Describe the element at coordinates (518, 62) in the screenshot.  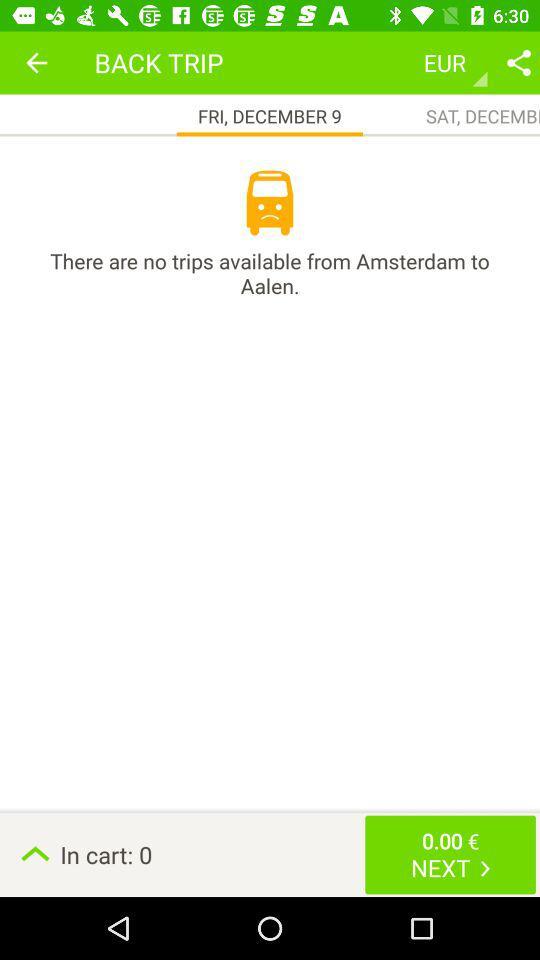
I see `open share button` at that location.